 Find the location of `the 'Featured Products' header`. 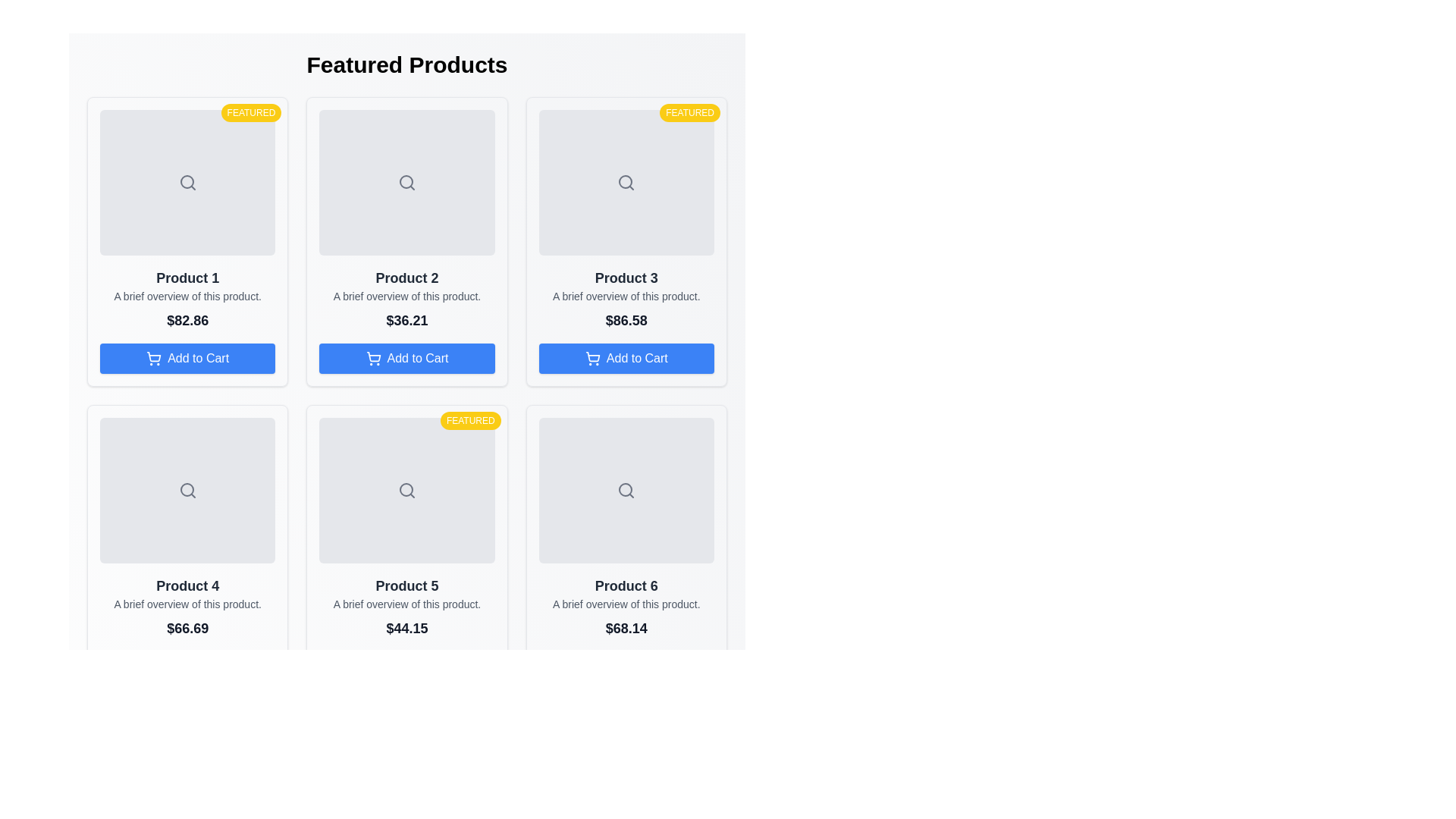

the 'Featured Products' header is located at coordinates (407, 64).